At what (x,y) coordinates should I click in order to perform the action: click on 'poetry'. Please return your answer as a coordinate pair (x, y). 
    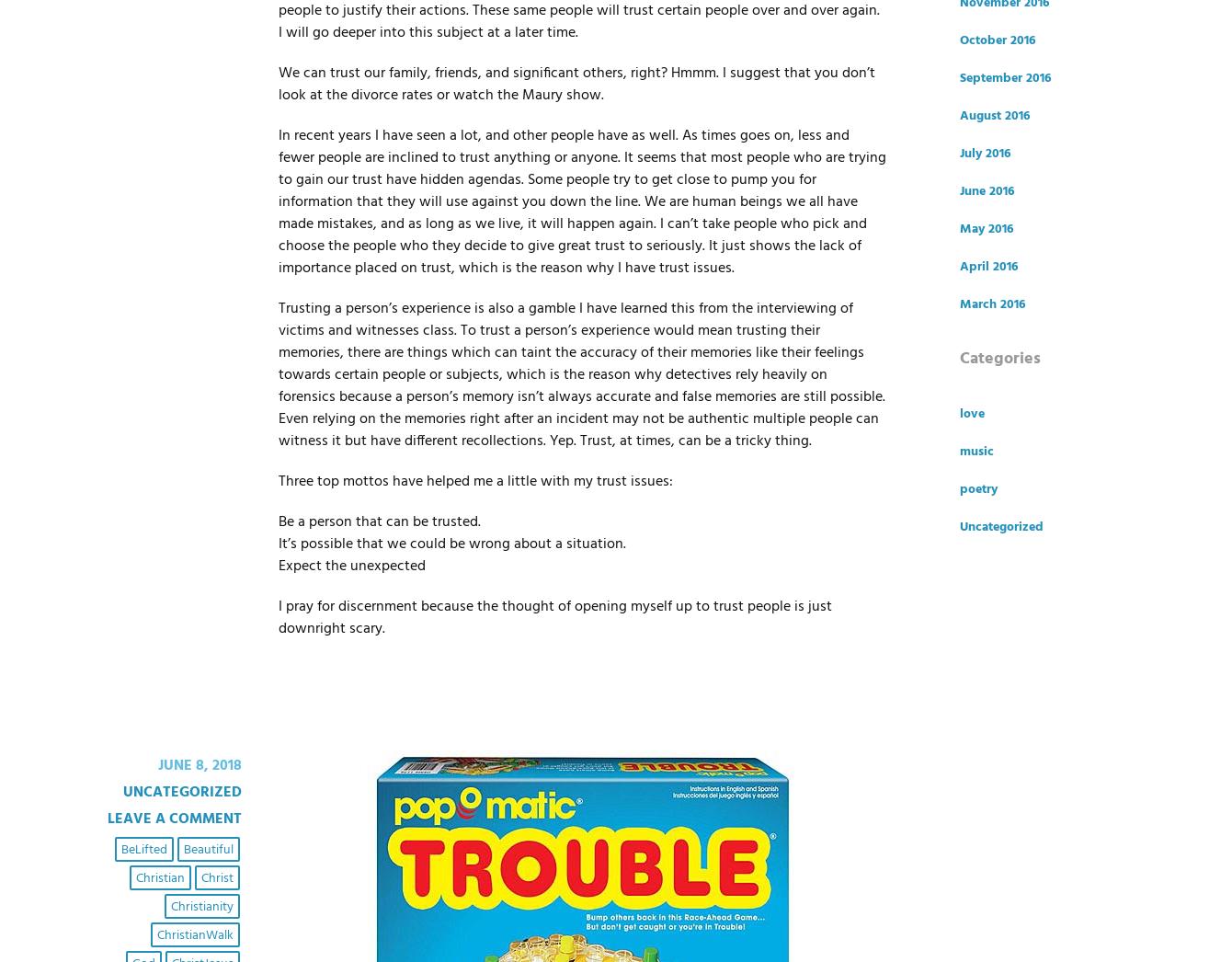
    Looking at the image, I should click on (978, 488).